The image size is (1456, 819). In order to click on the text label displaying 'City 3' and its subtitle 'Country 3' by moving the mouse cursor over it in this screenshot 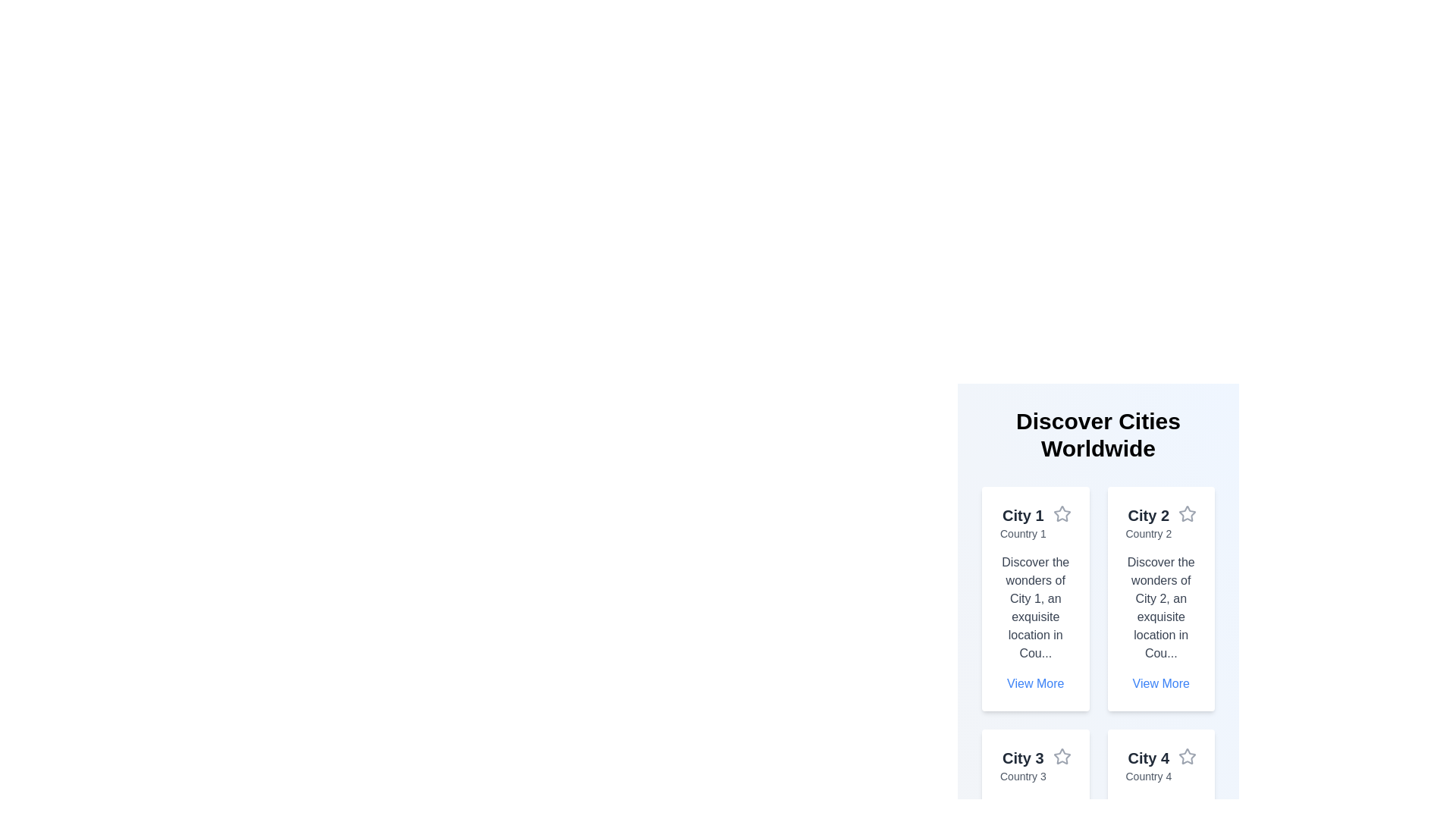, I will do `click(1023, 766)`.